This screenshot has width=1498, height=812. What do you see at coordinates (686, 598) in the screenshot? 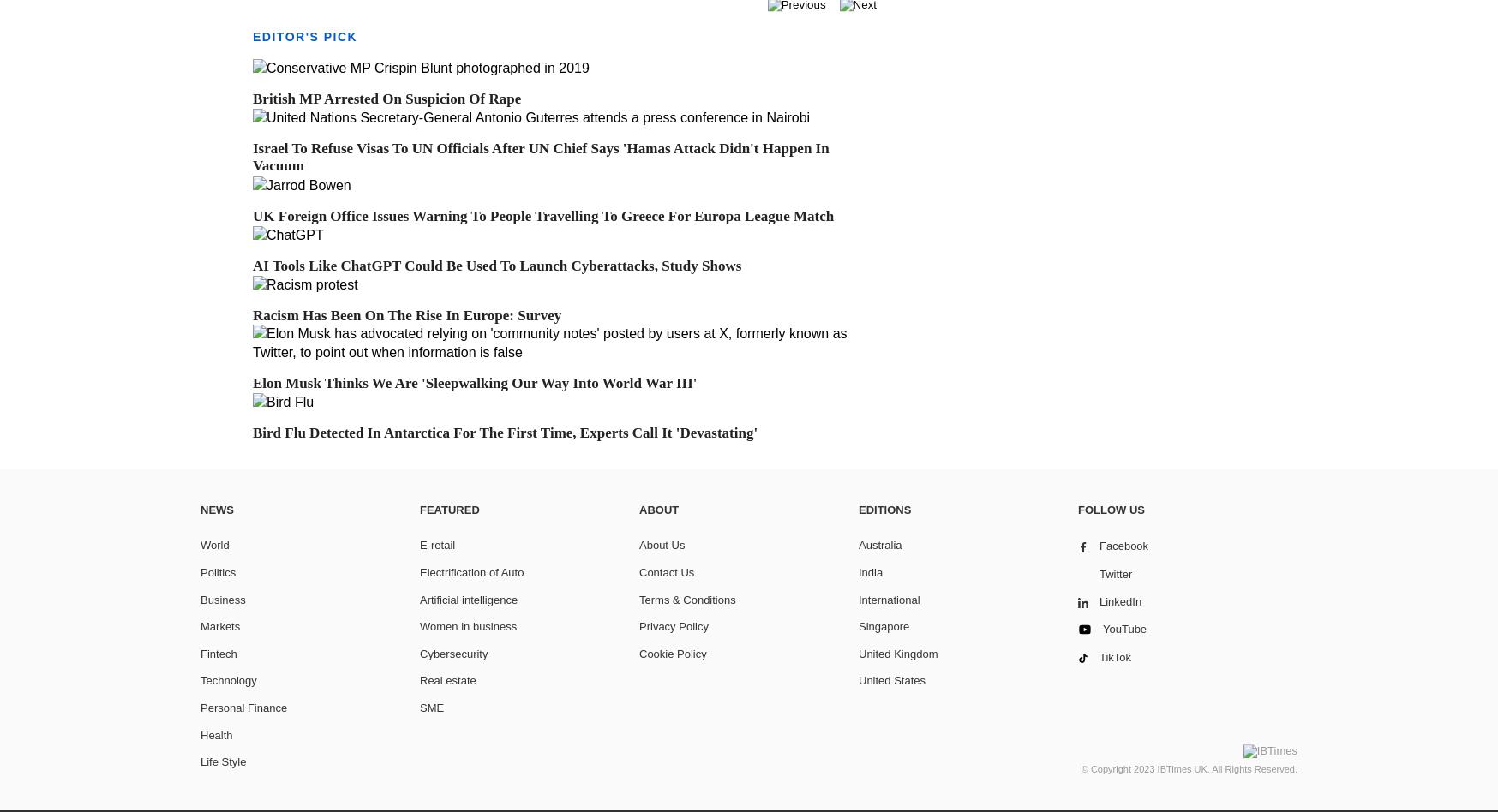
I see `'Terms & Conditions'` at bounding box center [686, 598].